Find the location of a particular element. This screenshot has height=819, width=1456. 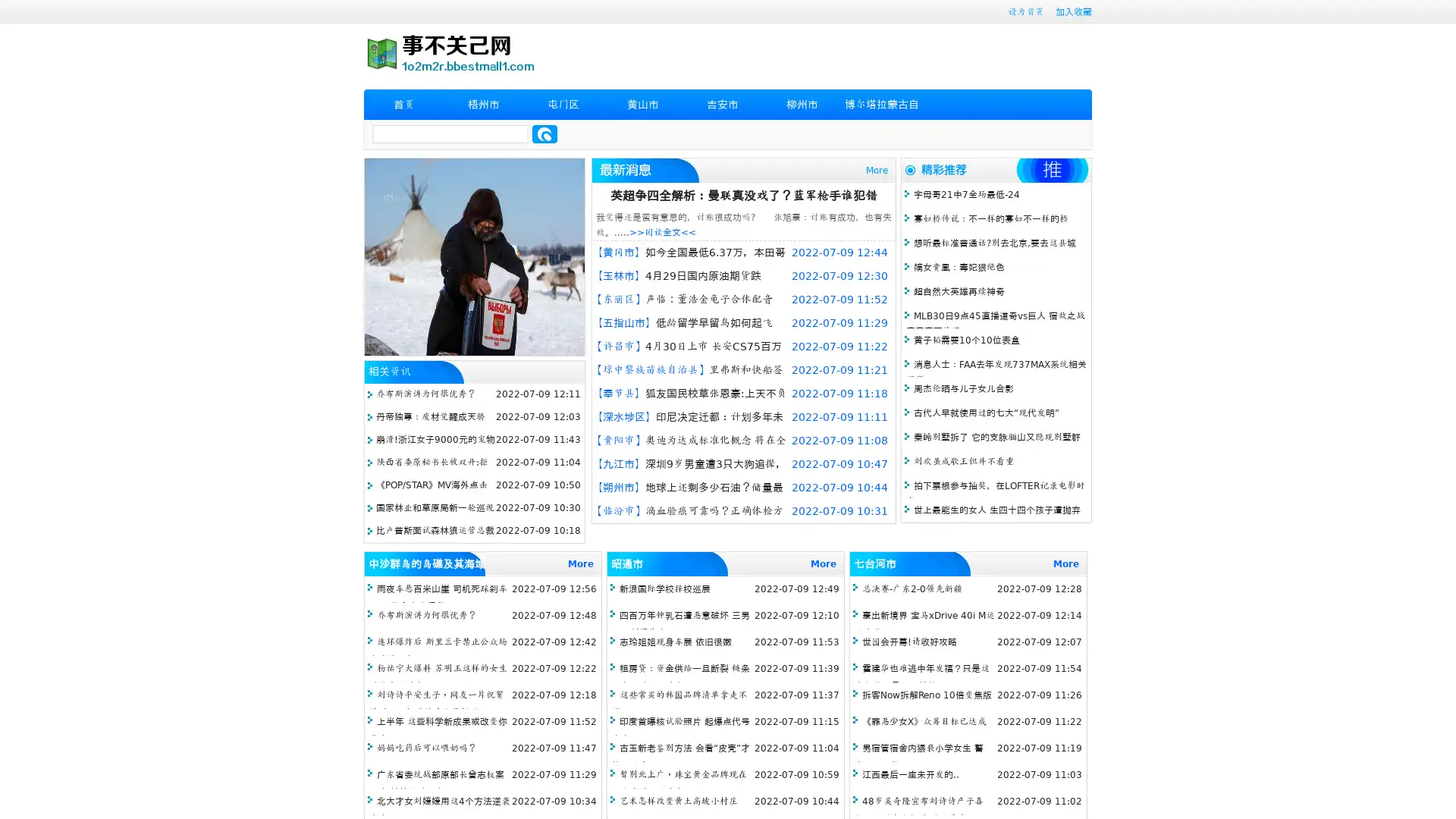

Search is located at coordinates (544, 133).